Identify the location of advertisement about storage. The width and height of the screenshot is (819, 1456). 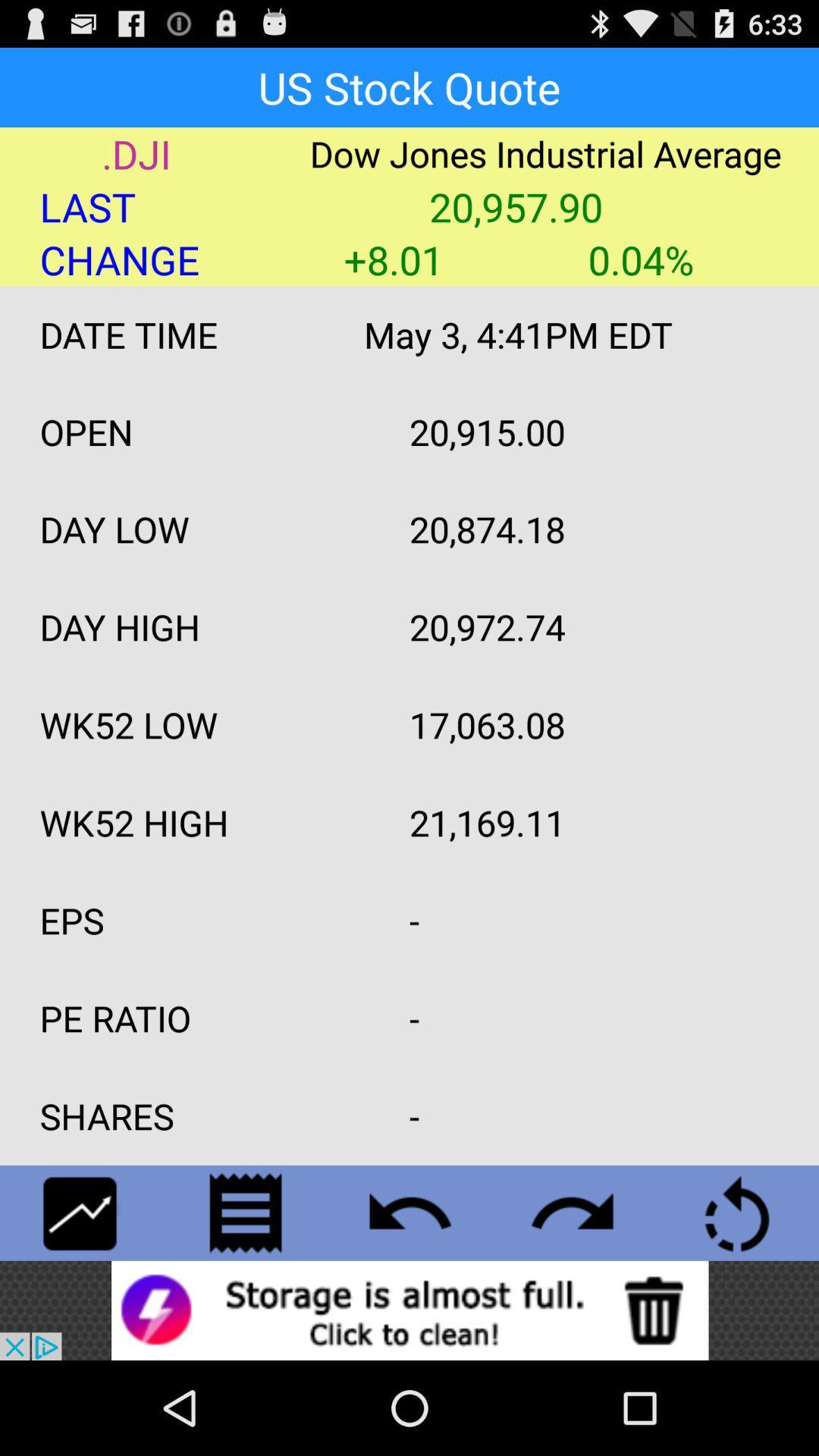
(409, 1310).